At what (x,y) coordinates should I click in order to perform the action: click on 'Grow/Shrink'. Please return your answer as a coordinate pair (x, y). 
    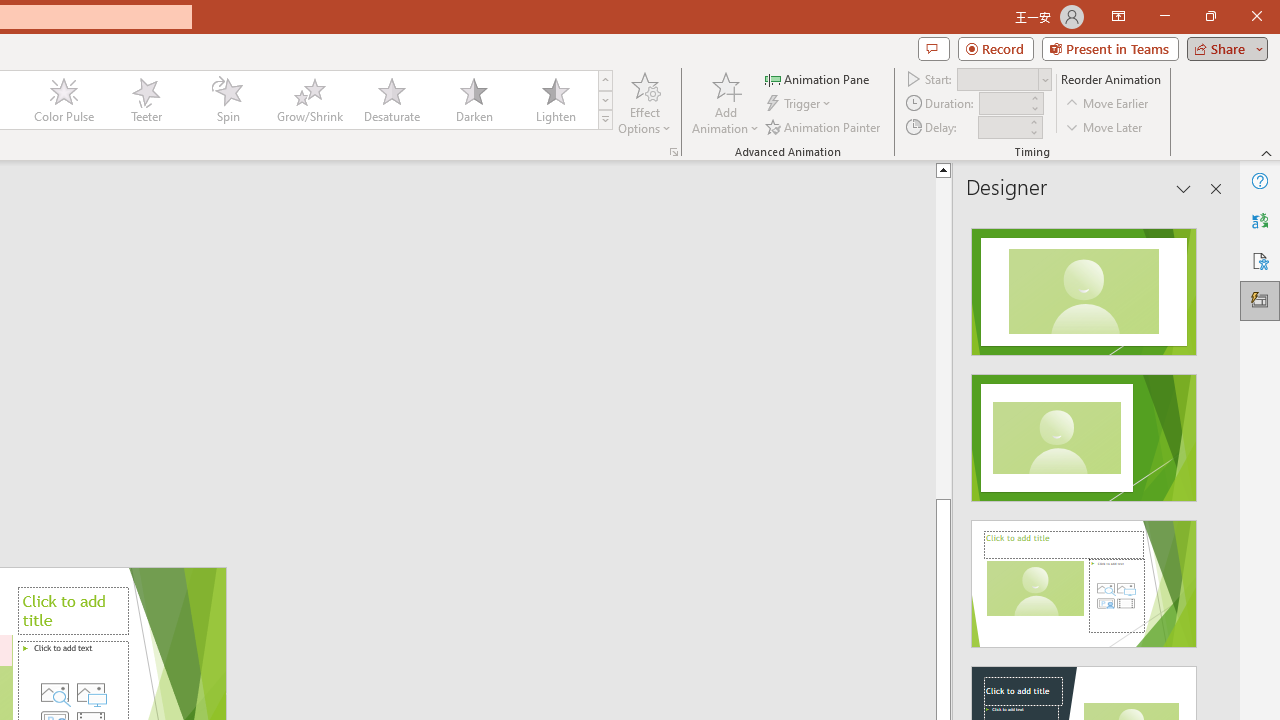
    Looking at the image, I should click on (308, 100).